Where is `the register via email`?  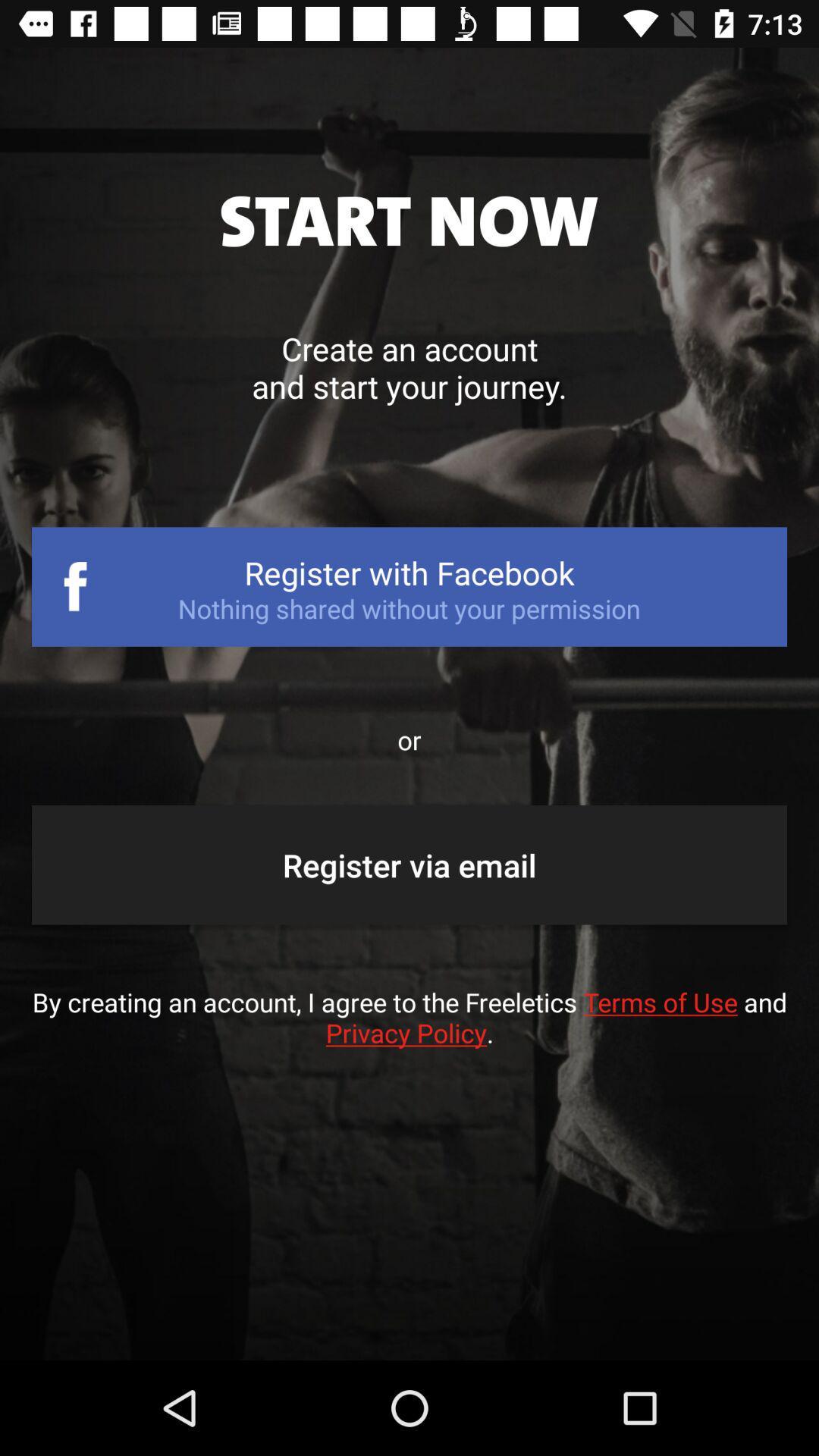
the register via email is located at coordinates (409, 864).